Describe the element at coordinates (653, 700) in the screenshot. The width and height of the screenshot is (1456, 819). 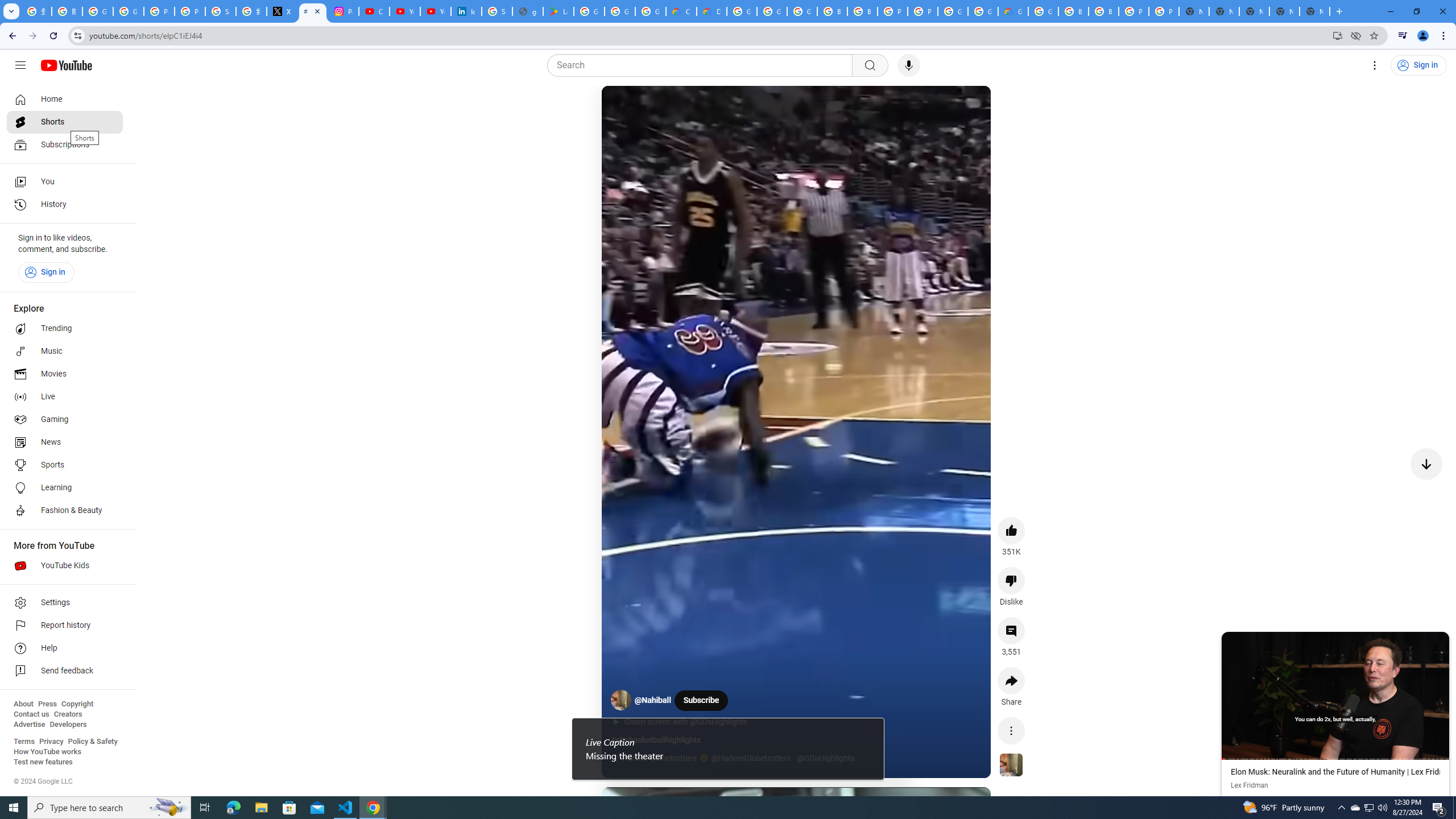
I see `'@Nahiball'` at that location.